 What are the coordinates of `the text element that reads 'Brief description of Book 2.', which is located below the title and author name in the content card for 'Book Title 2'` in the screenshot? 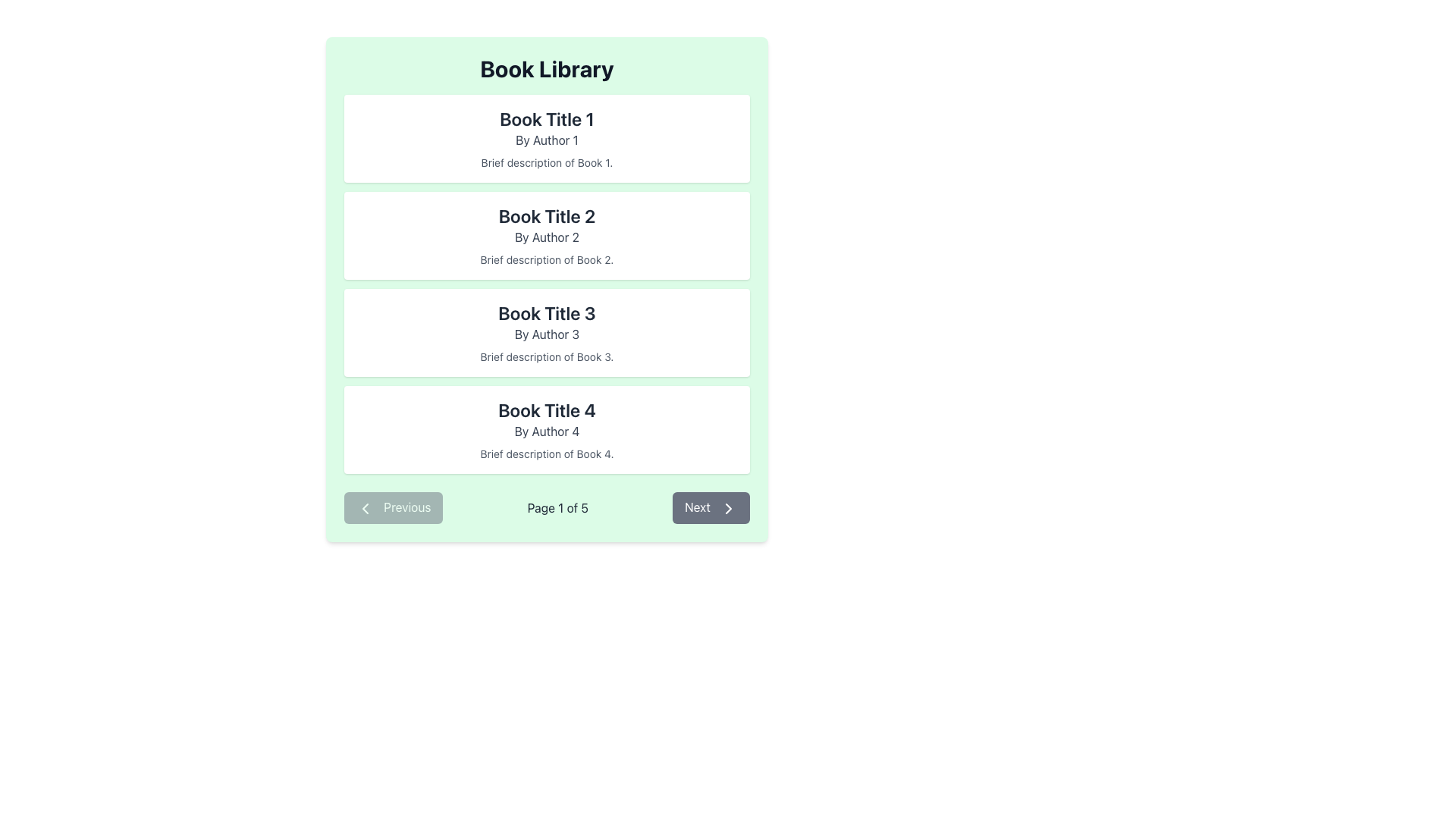 It's located at (546, 259).